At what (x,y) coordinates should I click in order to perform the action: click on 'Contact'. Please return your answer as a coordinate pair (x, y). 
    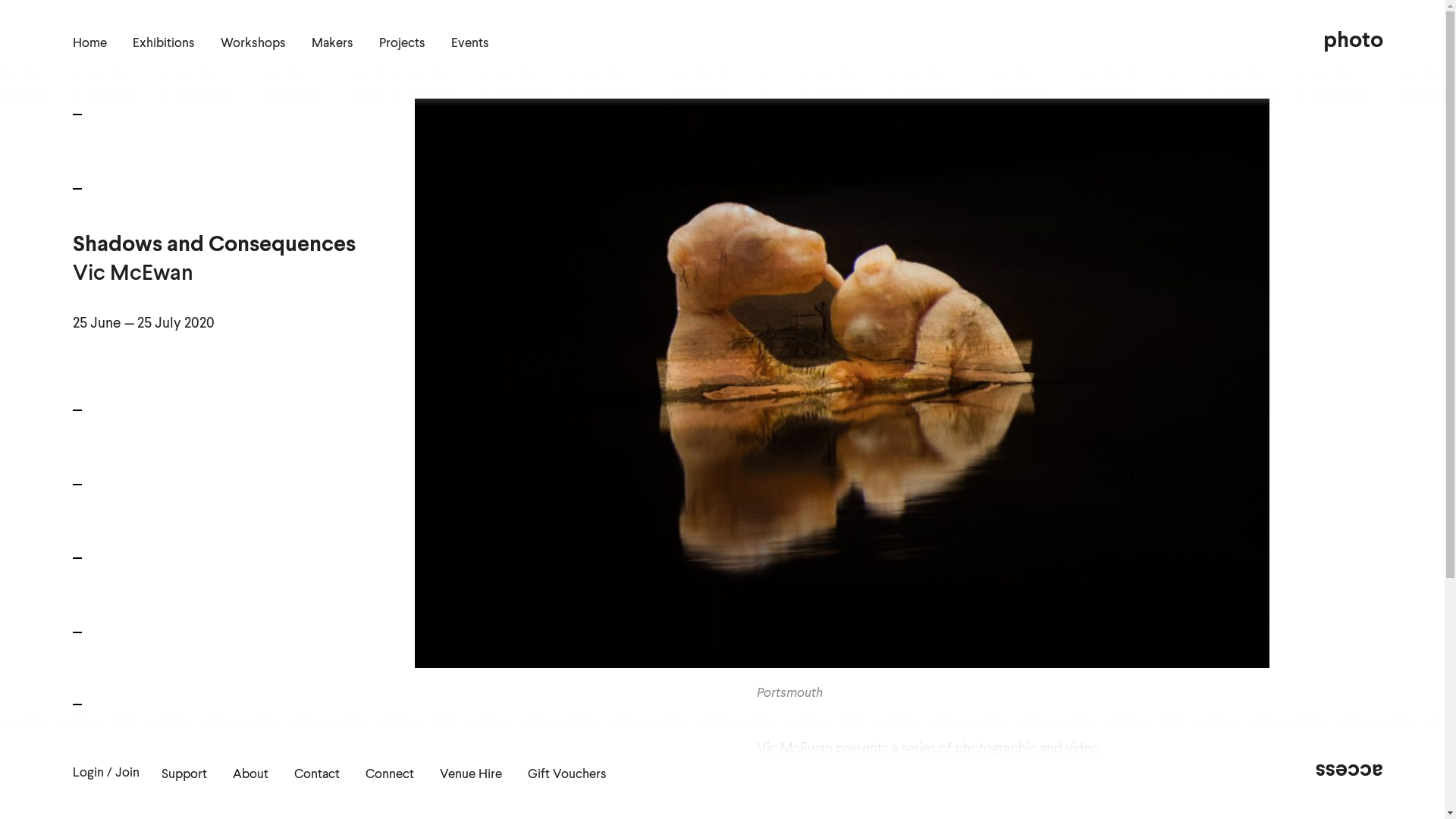
    Looking at the image, I should click on (315, 774).